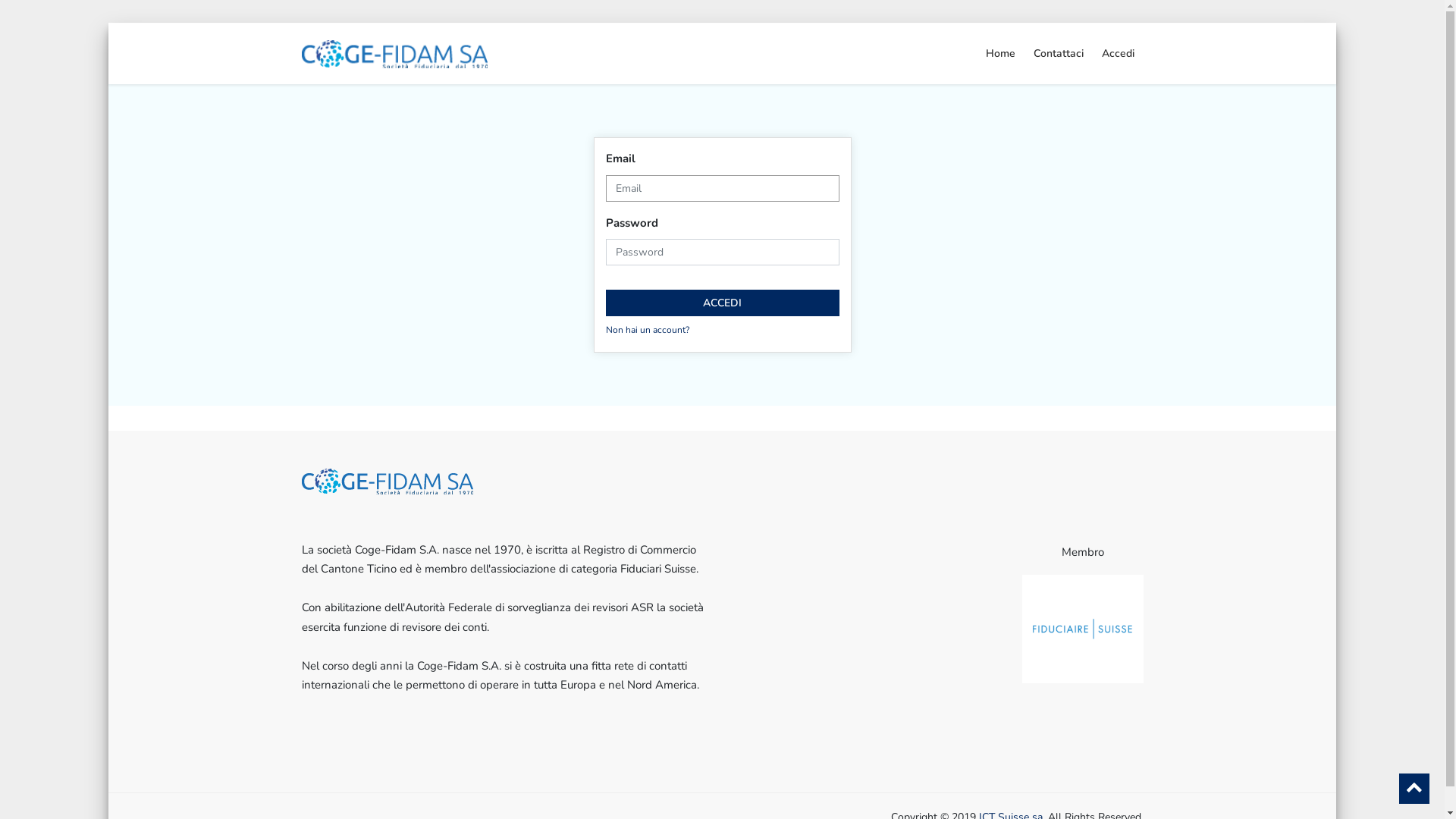 The height and width of the screenshot is (819, 1456). I want to click on 'Contattaci', so click(1057, 52).